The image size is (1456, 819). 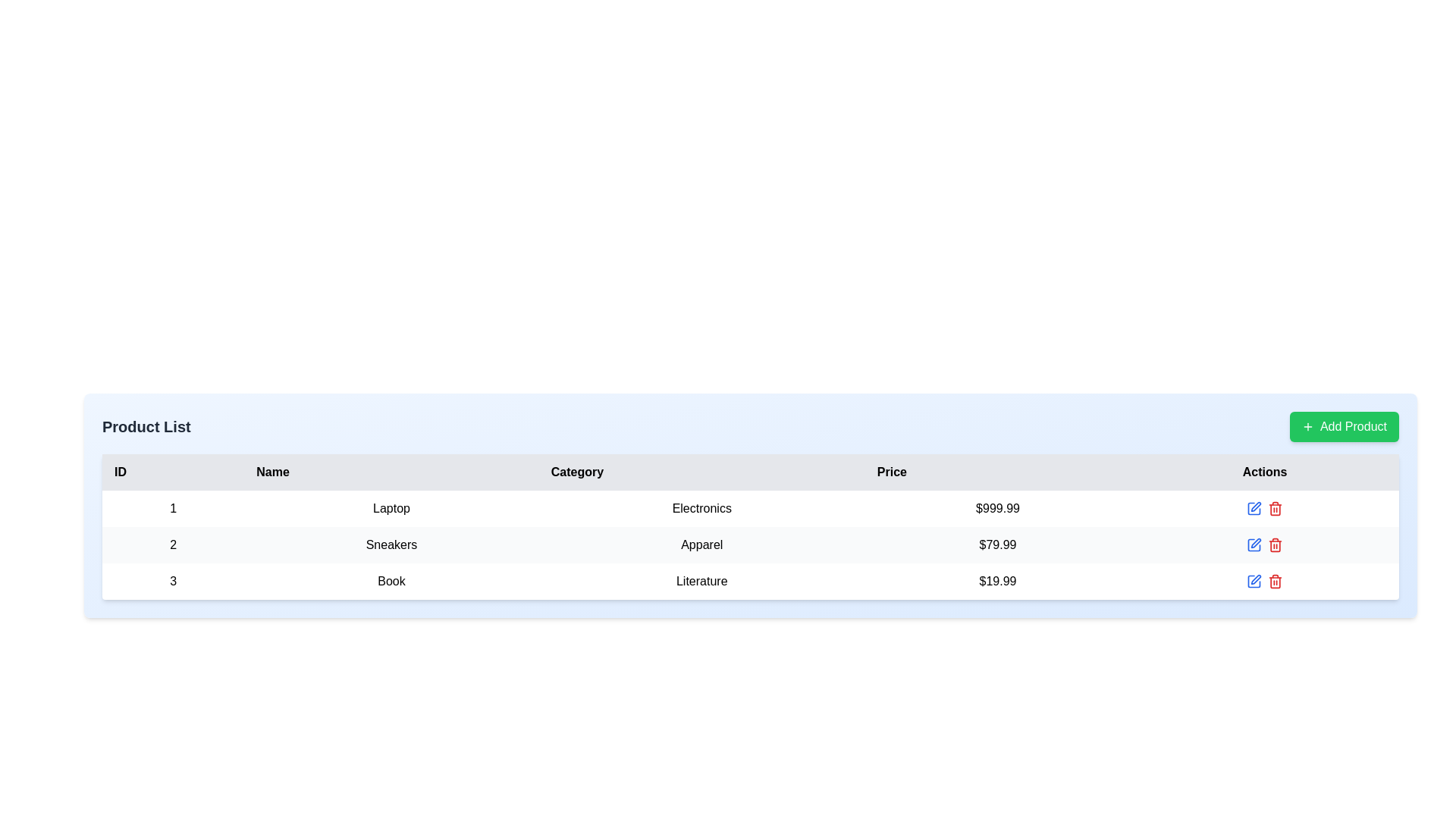 I want to click on the interactive elements within the second row of the product table labeled 'Sneakers', which contains details such as ID, category, and price, so click(x=750, y=544).